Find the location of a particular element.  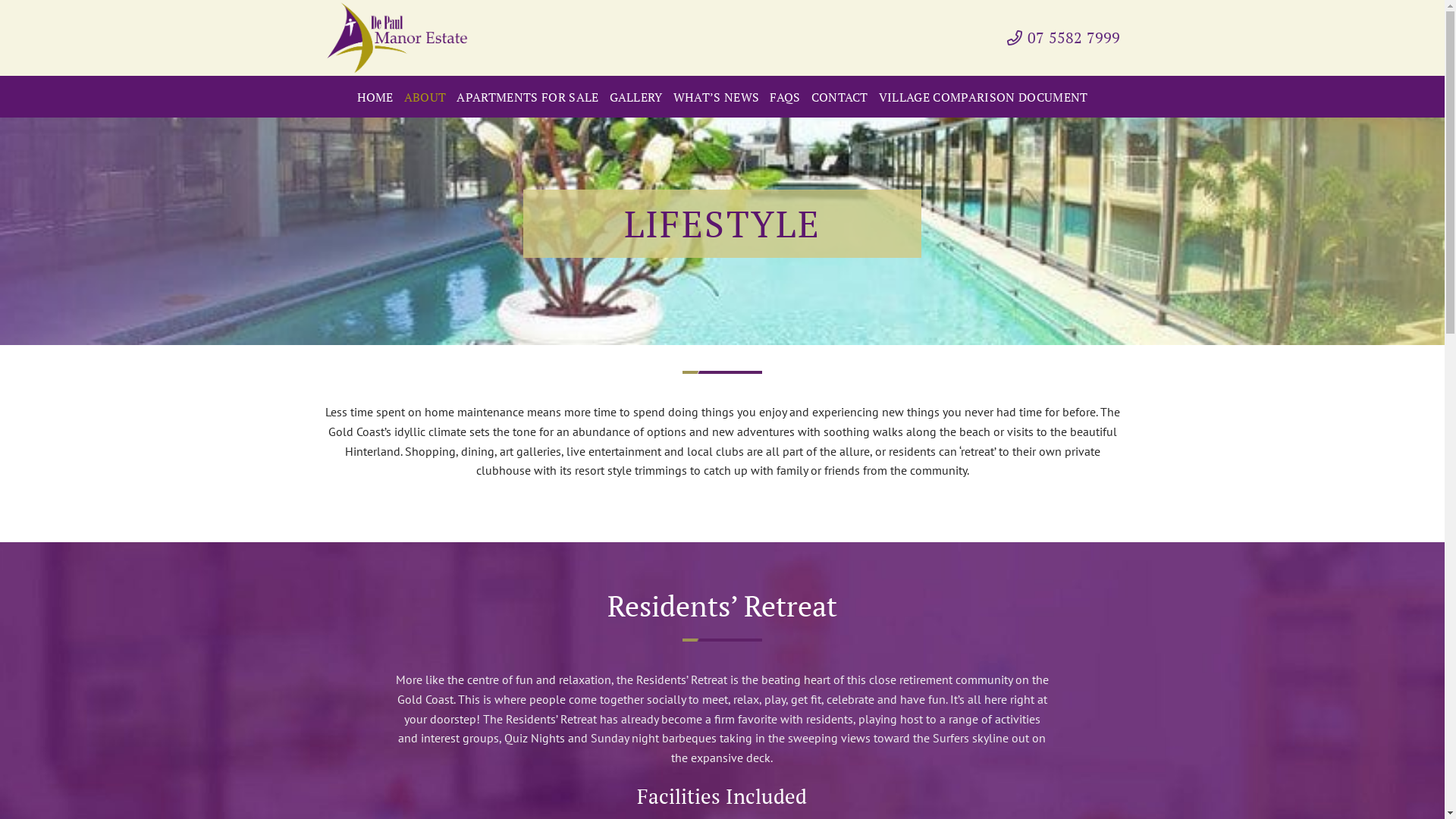

'De Paul Manor Estate - Retirement Village' is located at coordinates (400, 37).